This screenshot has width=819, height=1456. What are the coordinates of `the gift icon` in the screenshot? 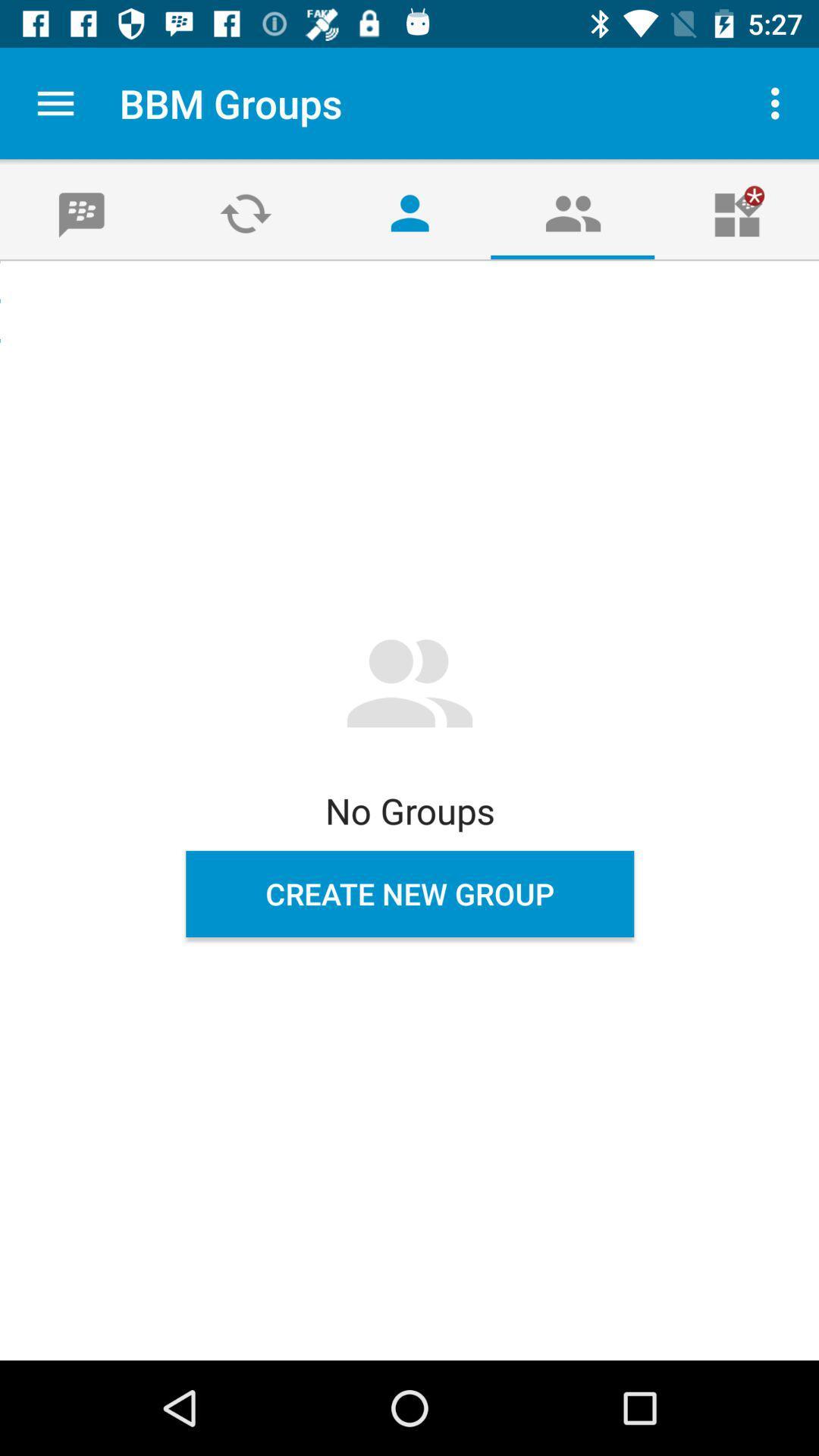 It's located at (736, 212).